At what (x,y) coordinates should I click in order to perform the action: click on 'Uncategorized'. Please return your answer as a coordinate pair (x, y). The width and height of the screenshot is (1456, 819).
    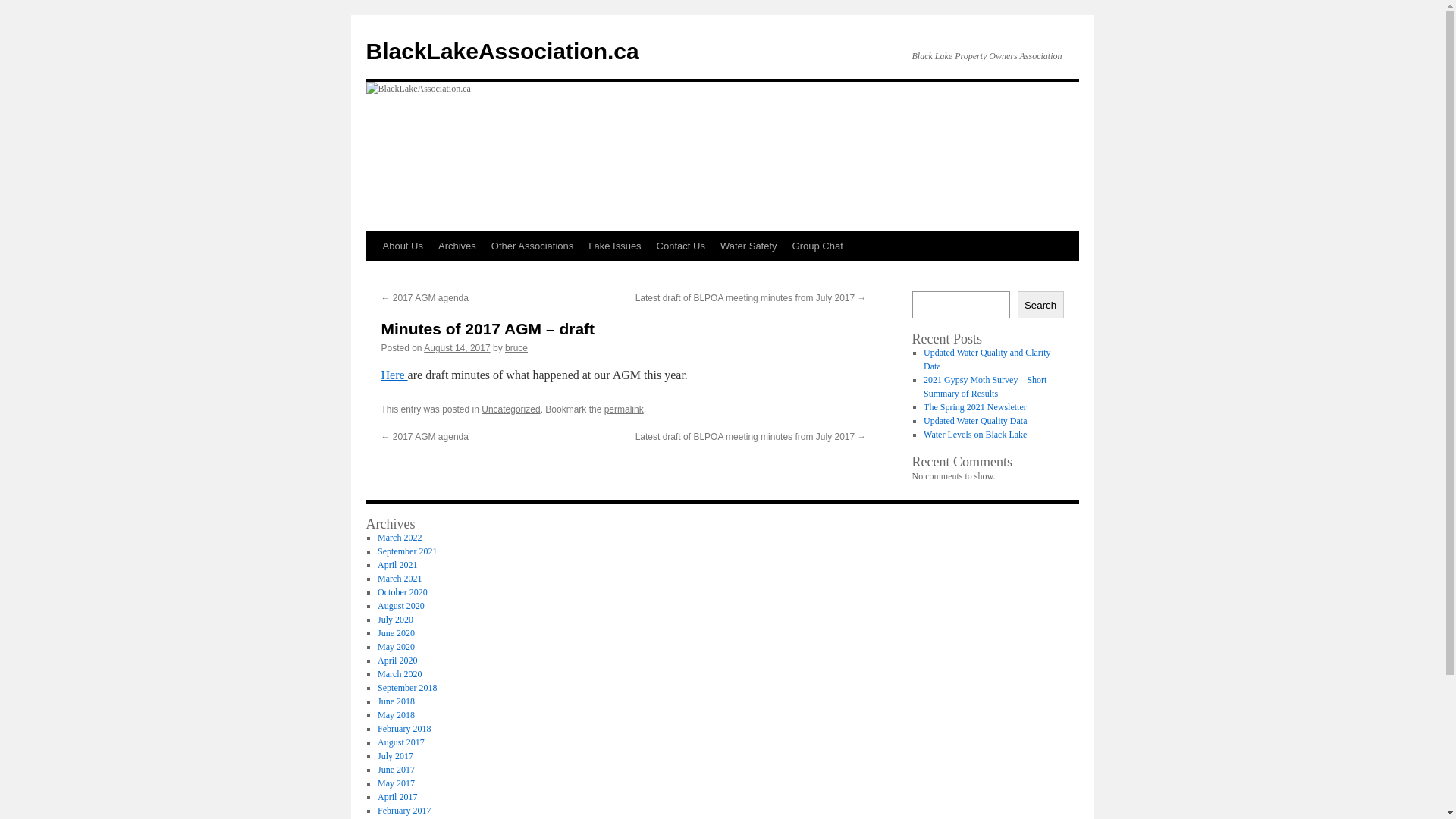
    Looking at the image, I should click on (510, 409).